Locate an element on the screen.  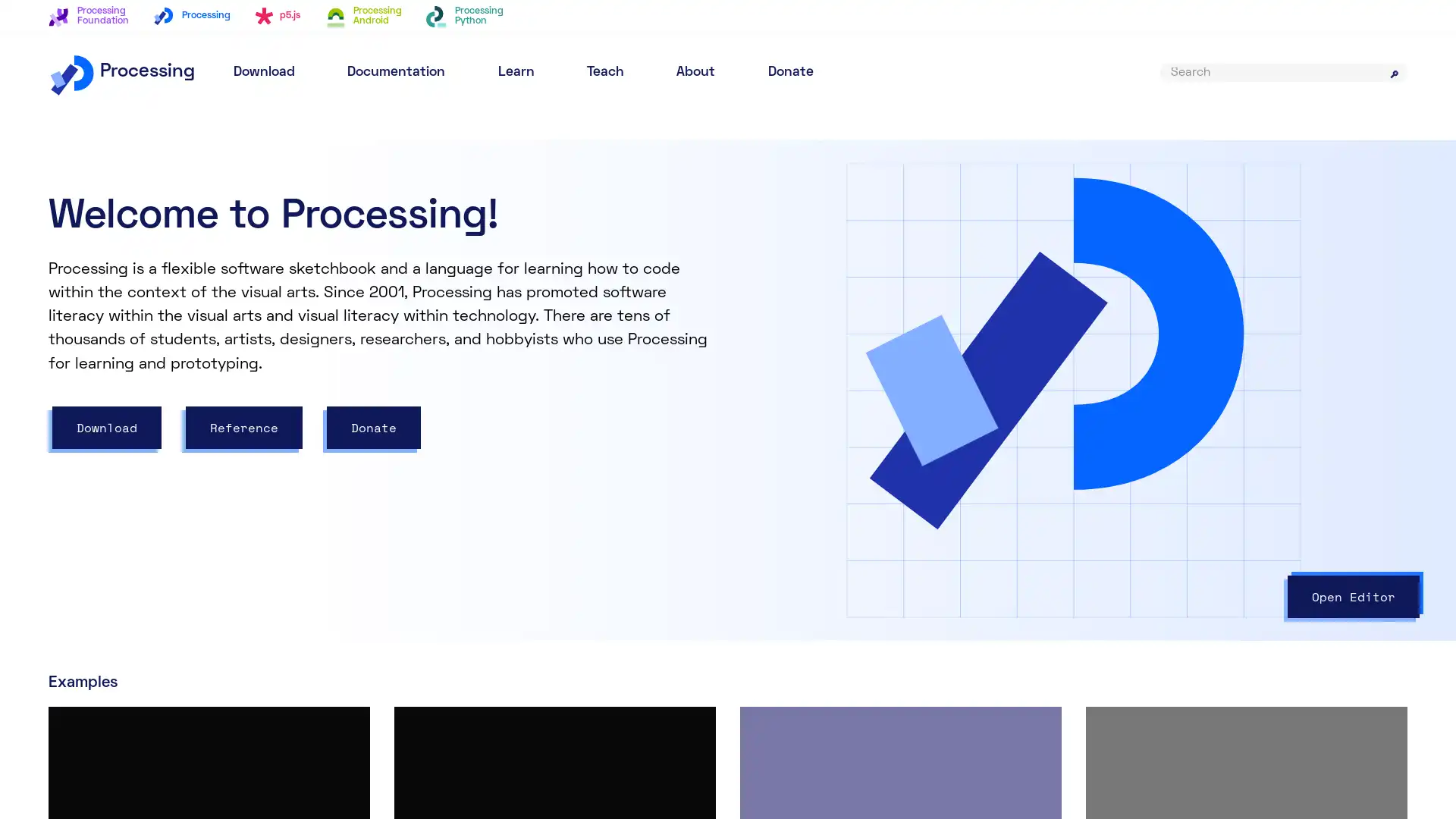
change position is located at coordinates (808, 519).